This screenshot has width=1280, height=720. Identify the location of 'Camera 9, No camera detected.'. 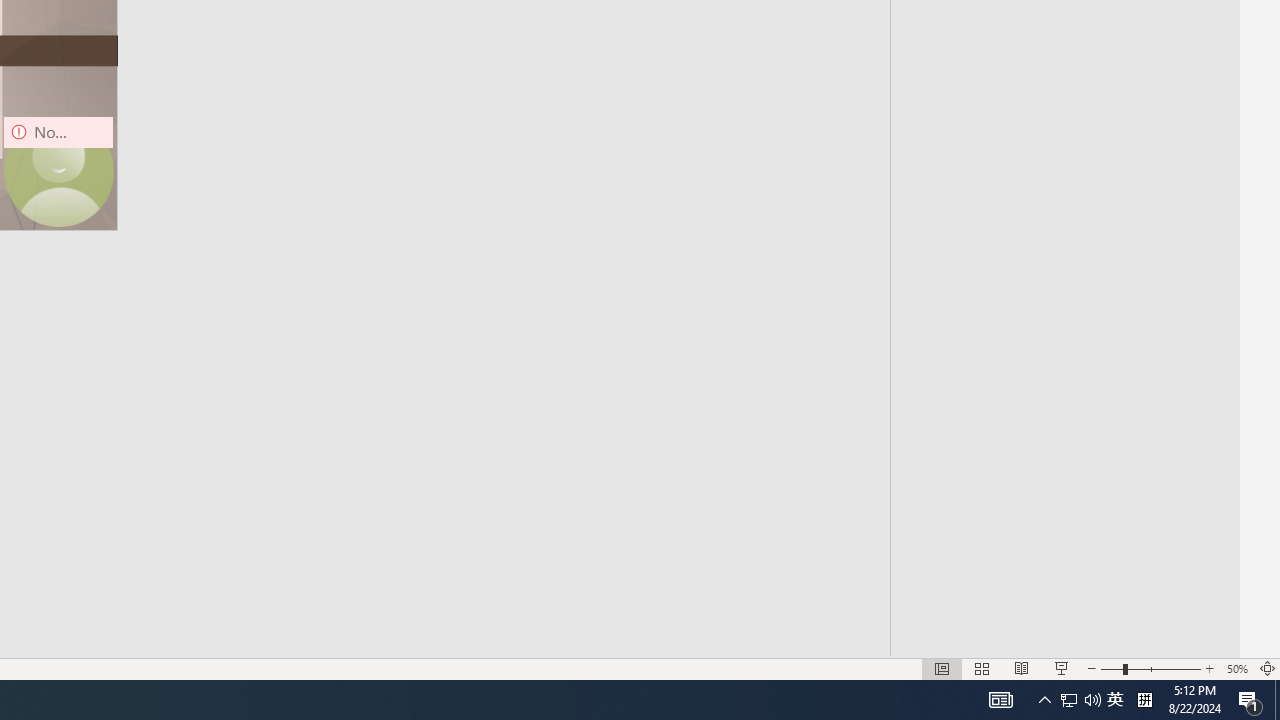
(58, 170).